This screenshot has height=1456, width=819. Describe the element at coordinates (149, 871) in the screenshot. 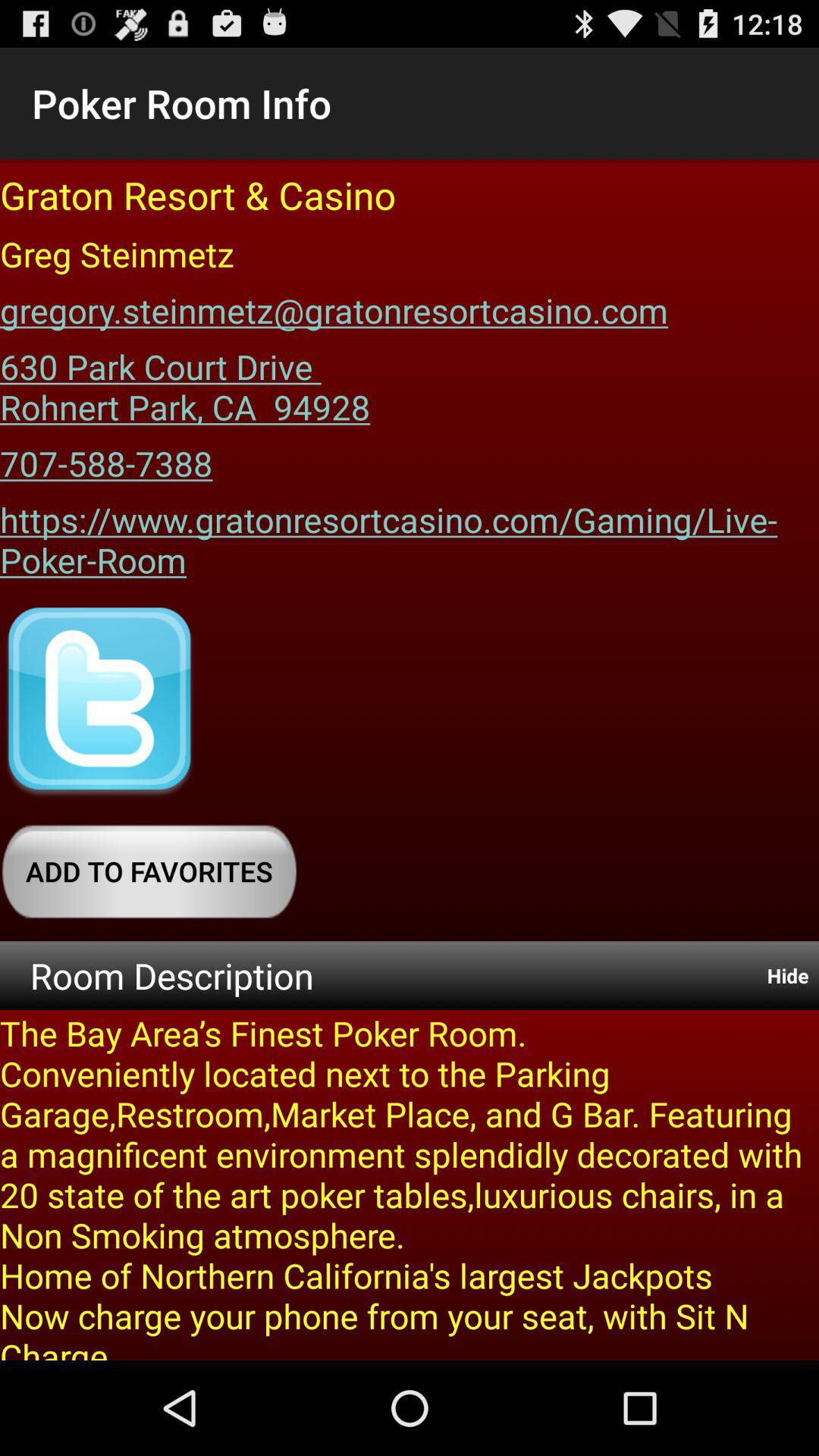

I see `the add to favorites` at that location.